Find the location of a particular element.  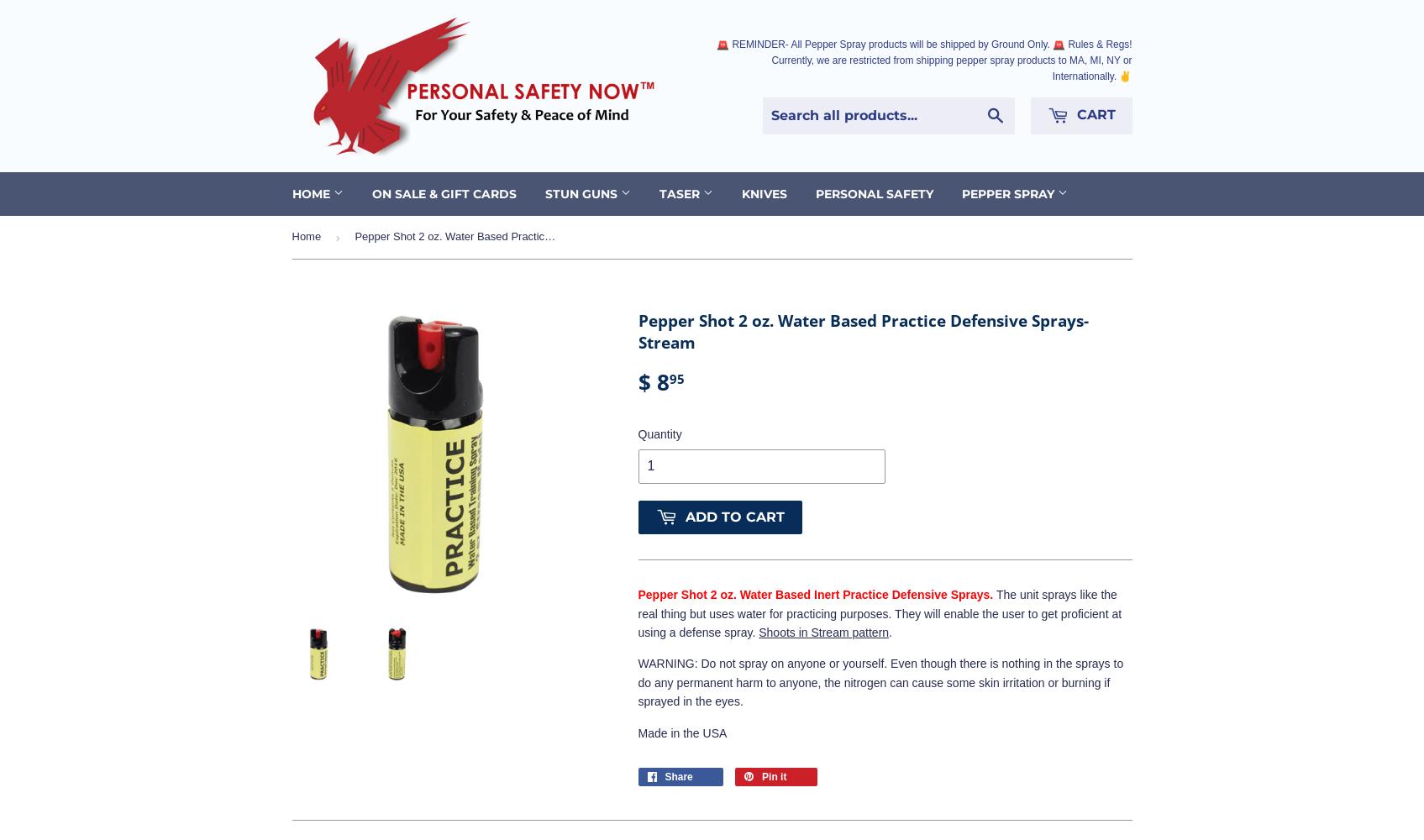

'Taser Bolt 2' is located at coordinates (696, 234).